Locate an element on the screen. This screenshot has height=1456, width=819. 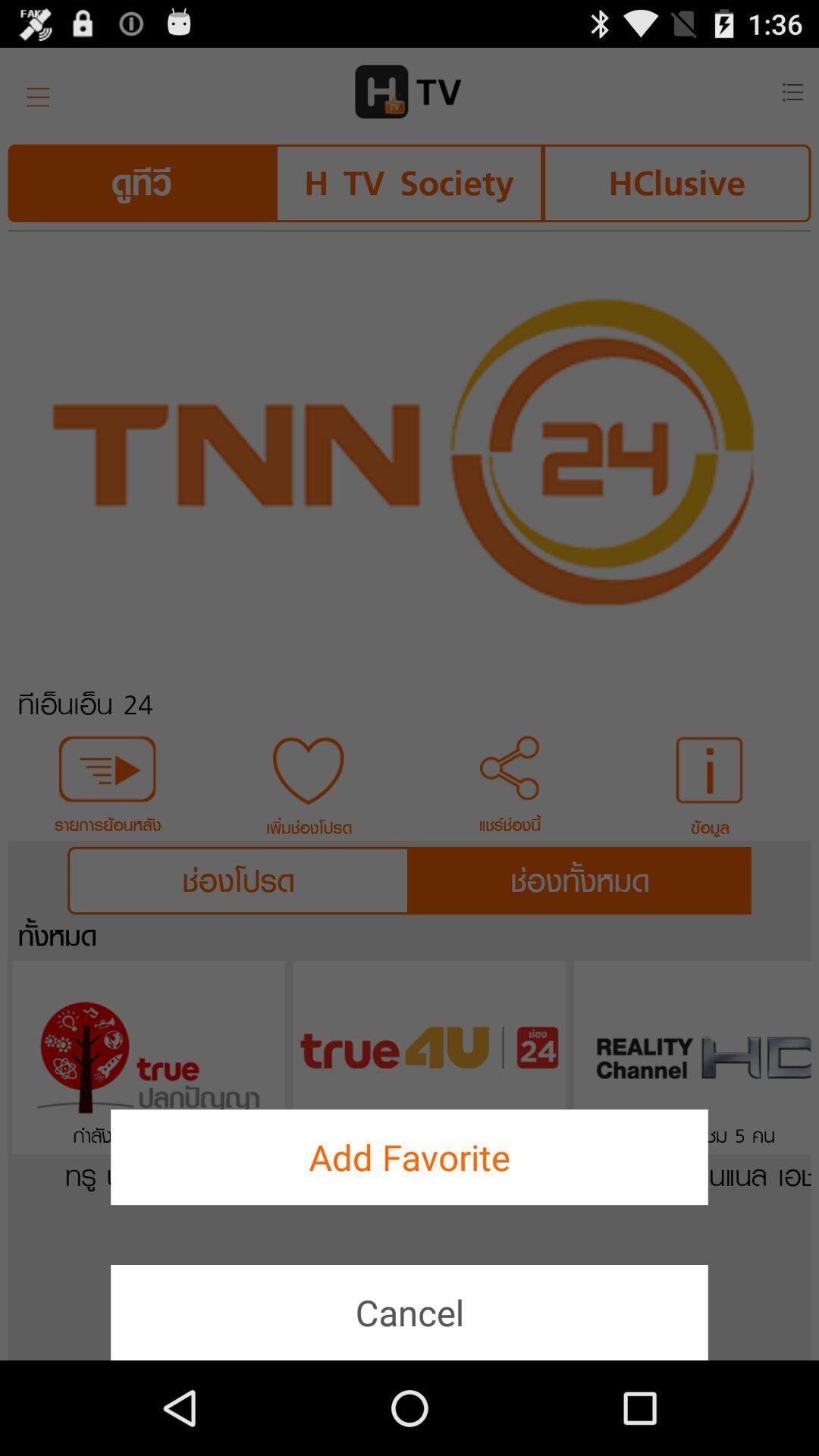
the cancel button is located at coordinates (409, 1312).